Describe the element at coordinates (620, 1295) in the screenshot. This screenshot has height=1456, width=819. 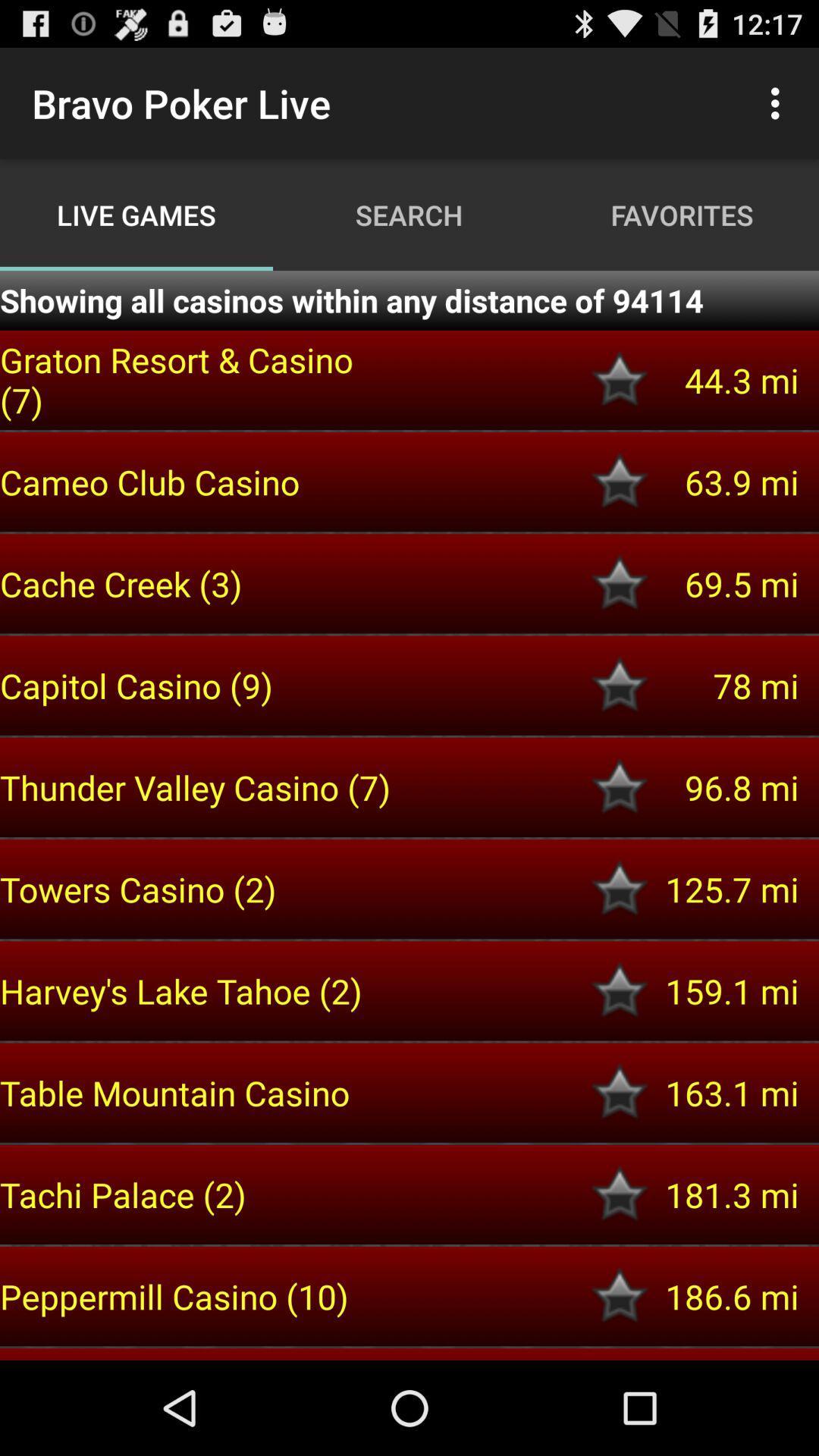
I see `favorite` at that location.